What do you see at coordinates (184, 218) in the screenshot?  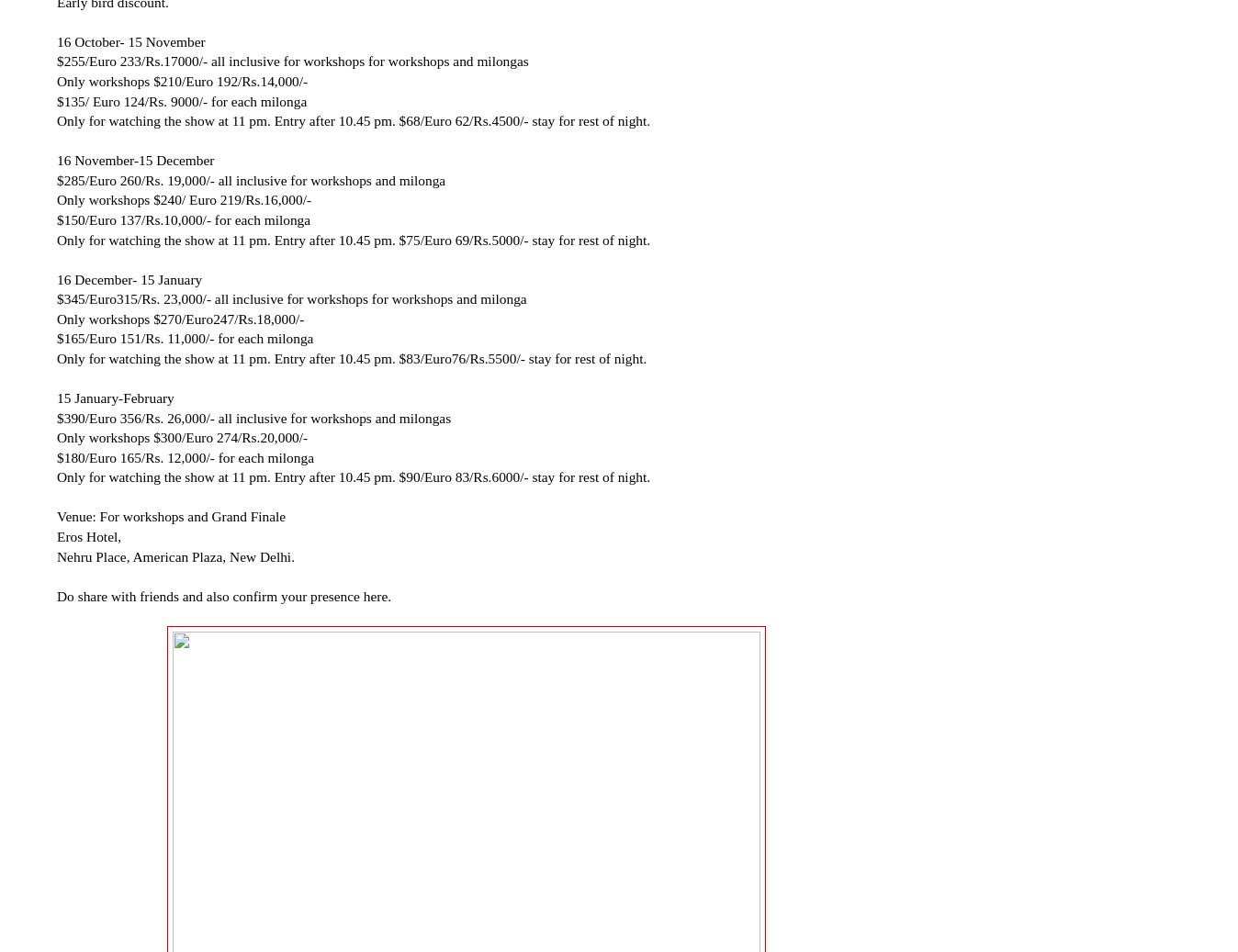 I see `'$150/Euro 137/Rs.10,000/- for each milonga'` at bounding box center [184, 218].